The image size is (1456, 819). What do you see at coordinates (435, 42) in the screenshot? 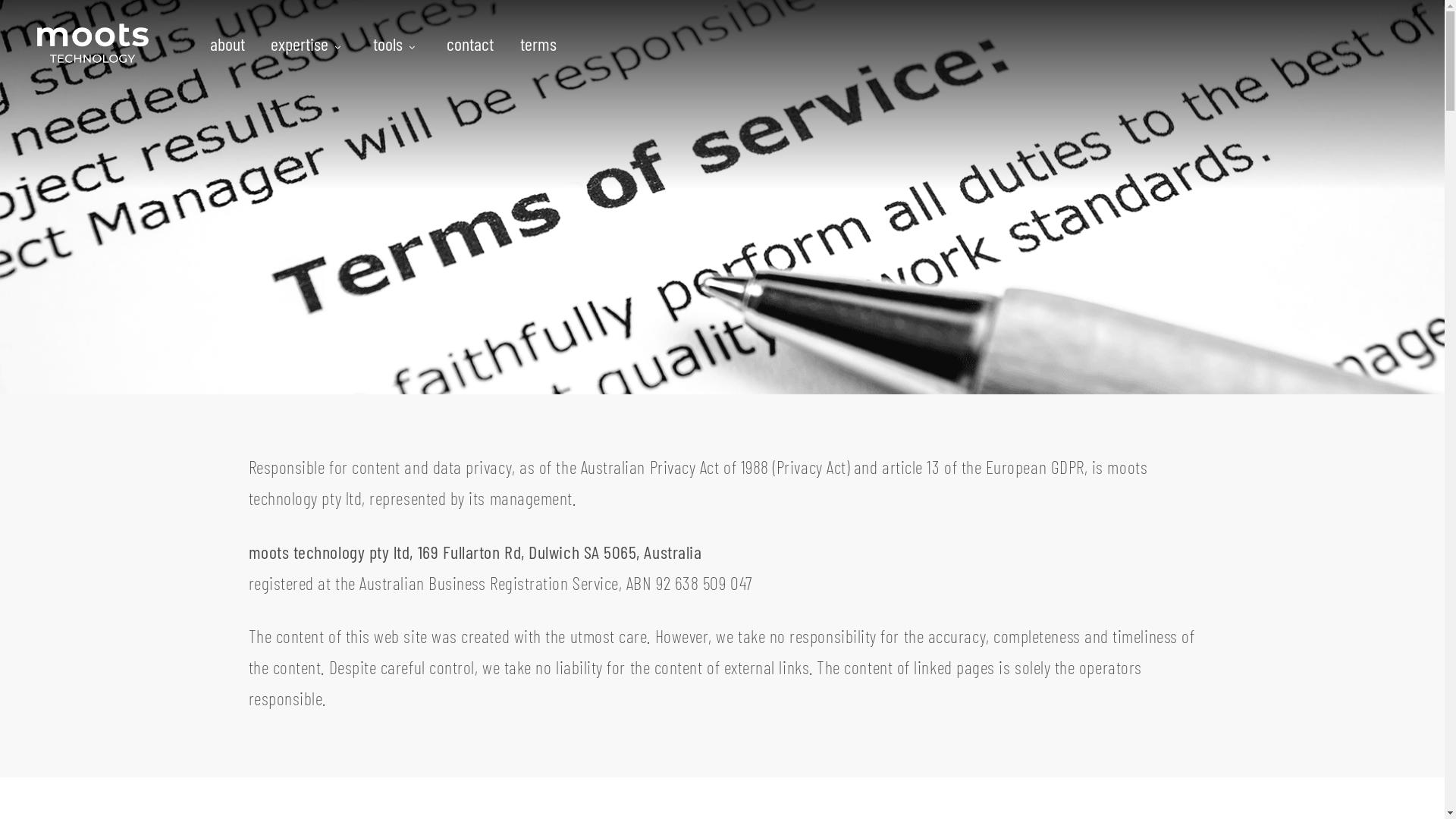
I see `'contact'` at bounding box center [435, 42].